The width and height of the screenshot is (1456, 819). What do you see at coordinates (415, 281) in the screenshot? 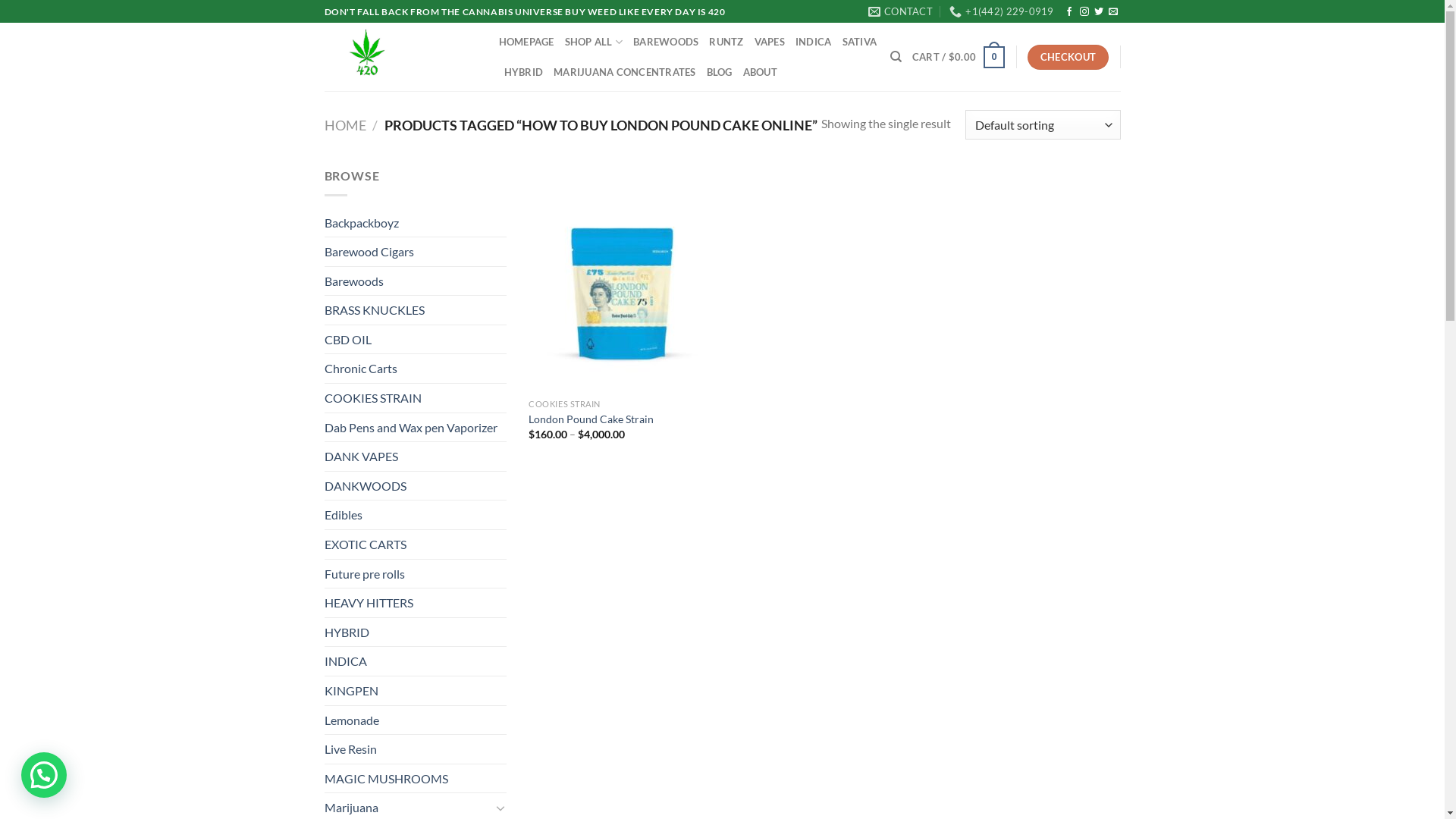
I see `'Barewoods'` at bounding box center [415, 281].